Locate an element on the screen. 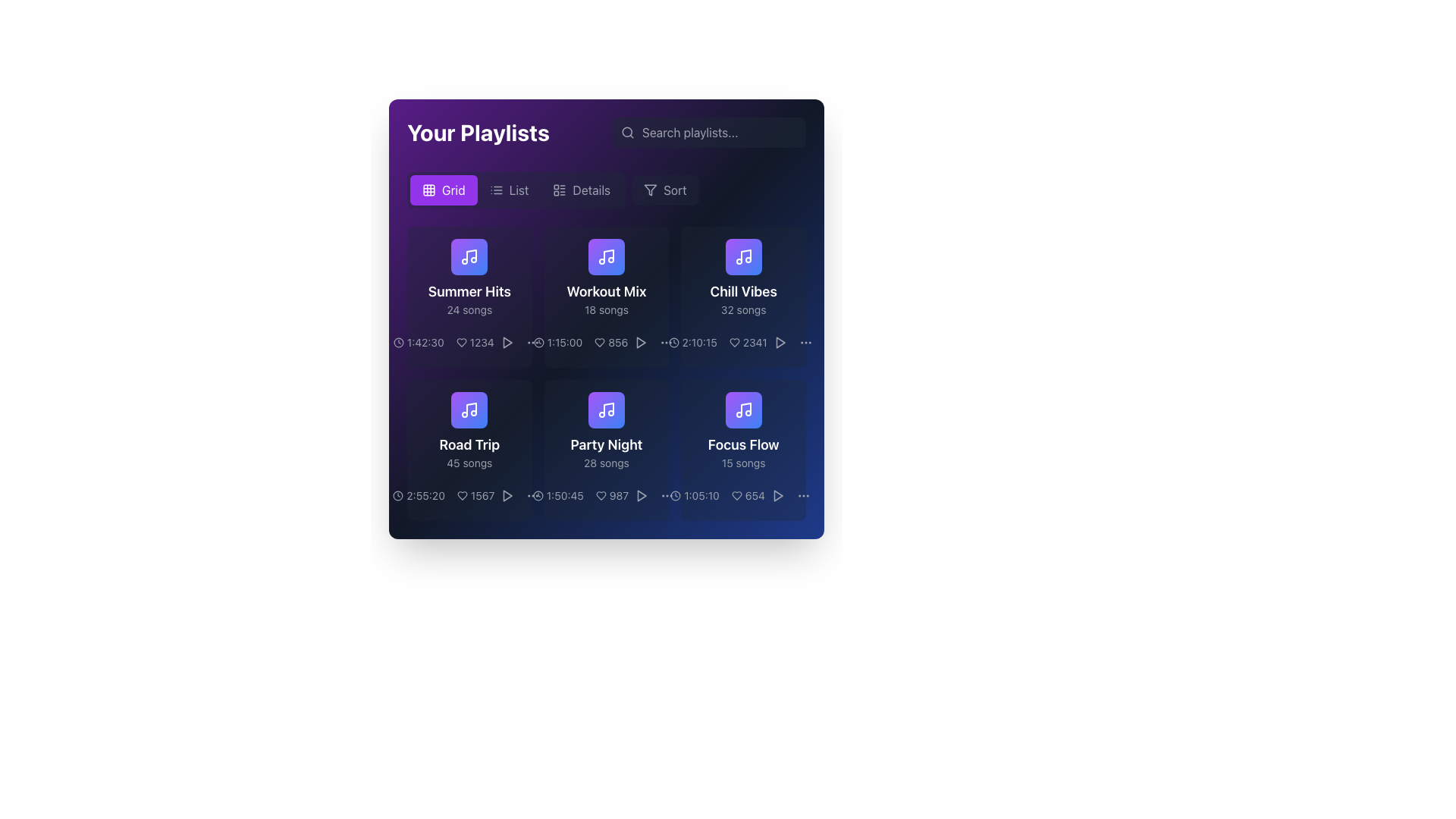 This screenshot has height=819, width=1456. the play button located in the 'Road Trip' playlist card to initiate playback of the associated playlist is located at coordinates (507, 496).